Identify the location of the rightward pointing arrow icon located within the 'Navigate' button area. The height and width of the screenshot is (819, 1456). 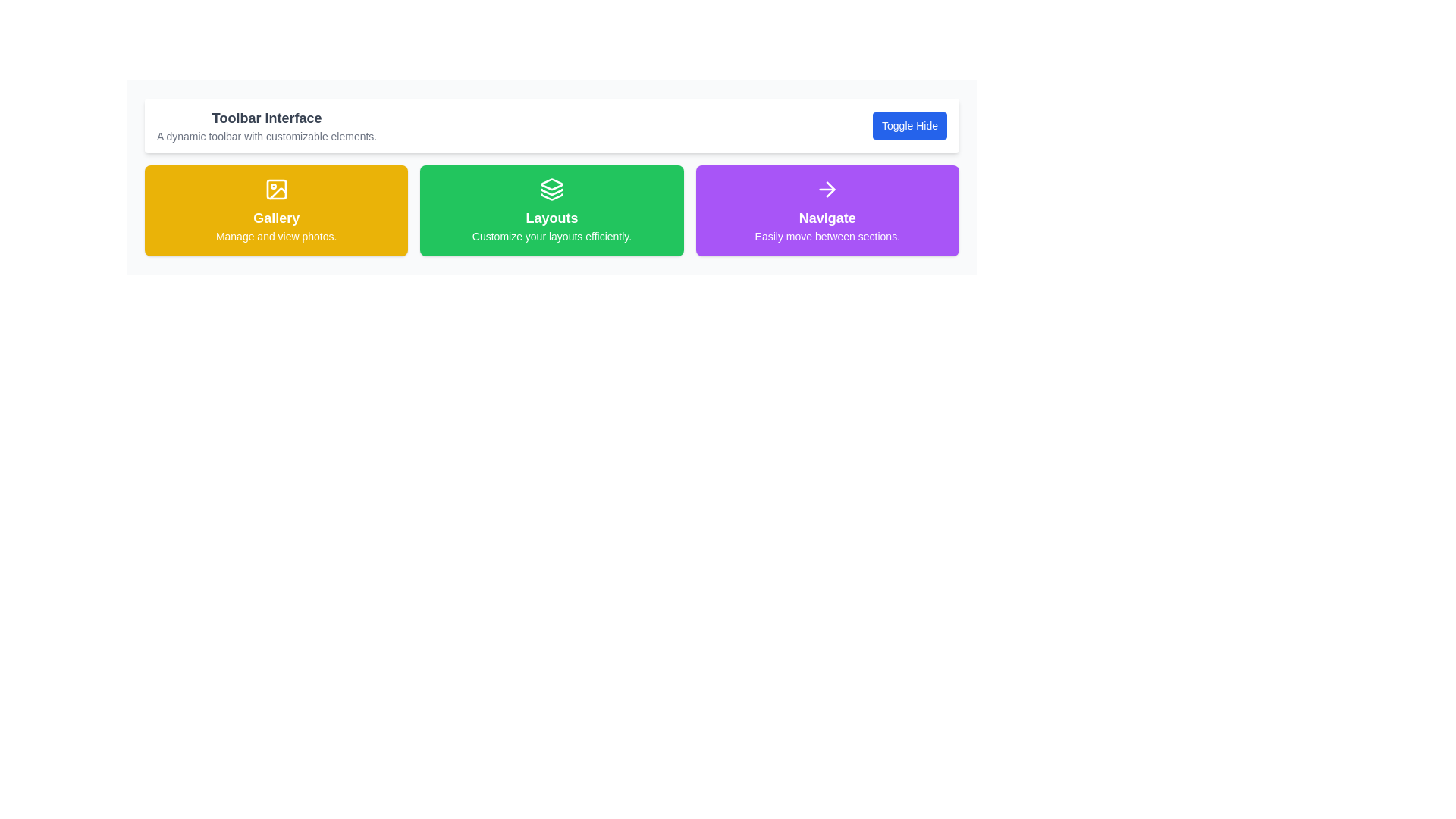
(830, 189).